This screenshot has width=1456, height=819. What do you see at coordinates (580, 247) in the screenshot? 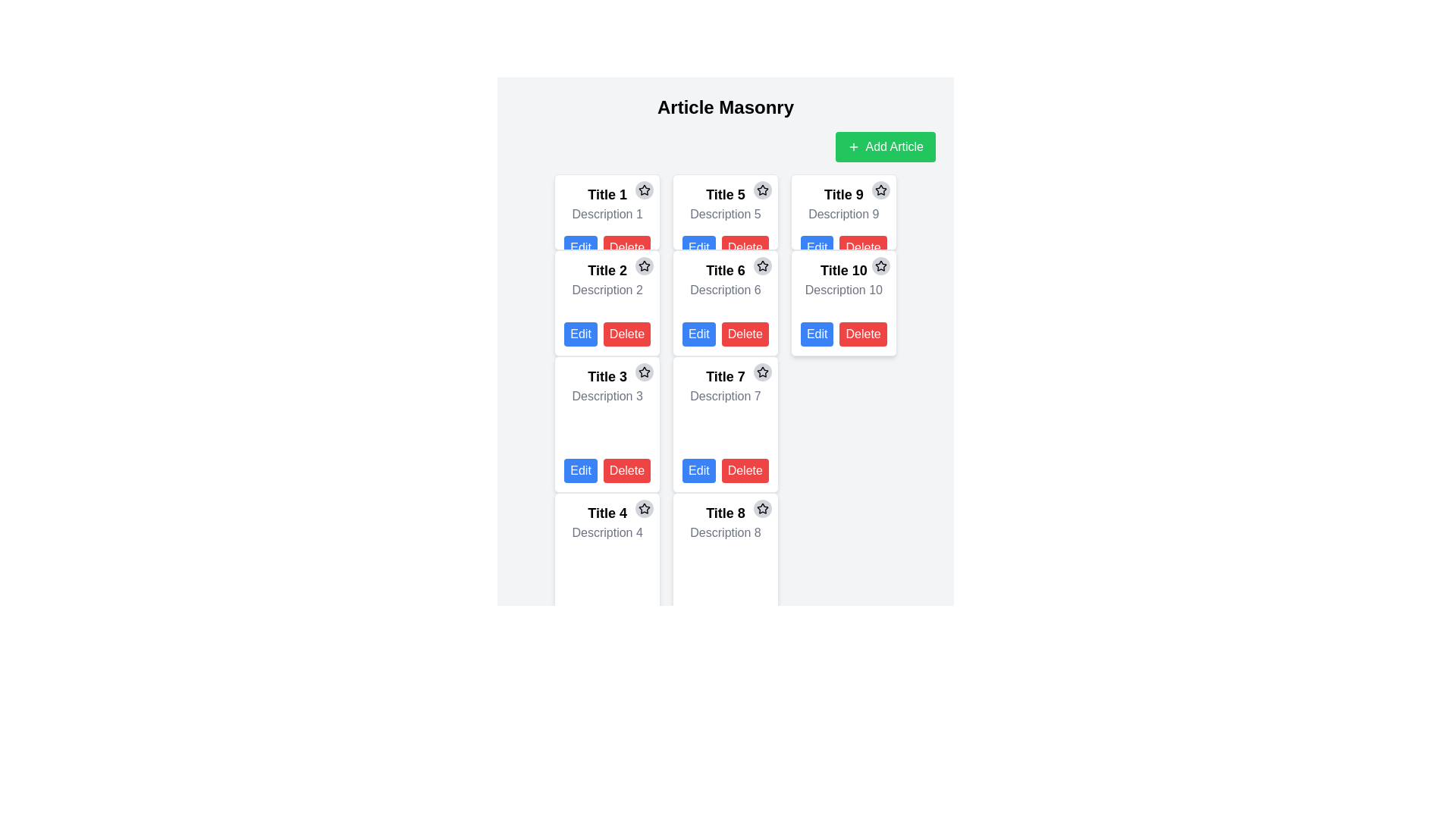
I see `the blue 'Edit' button with white text` at bounding box center [580, 247].